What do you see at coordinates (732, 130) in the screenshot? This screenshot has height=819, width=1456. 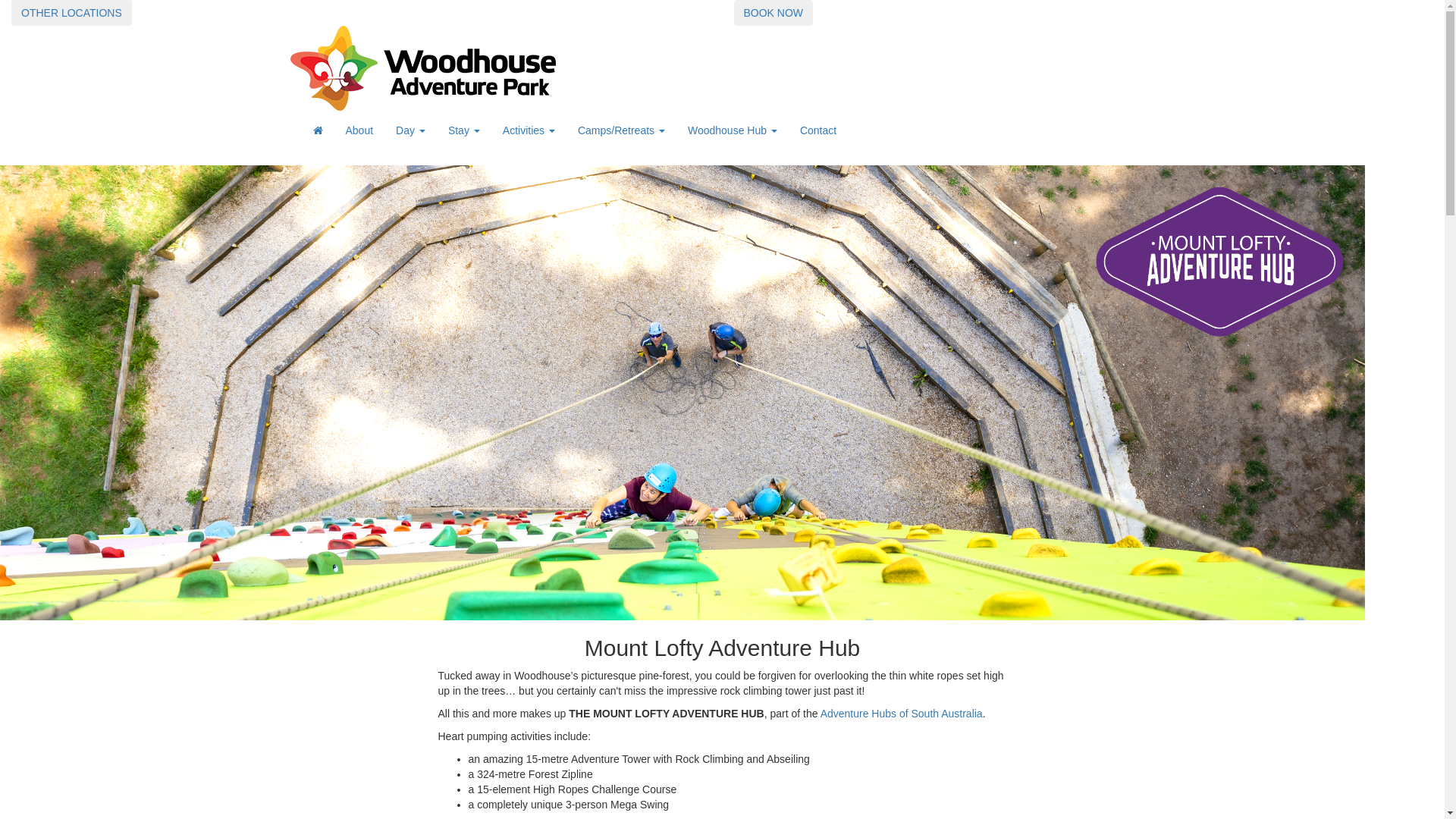 I see `'Woodhouse Hub'` at bounding box center [732, 130].